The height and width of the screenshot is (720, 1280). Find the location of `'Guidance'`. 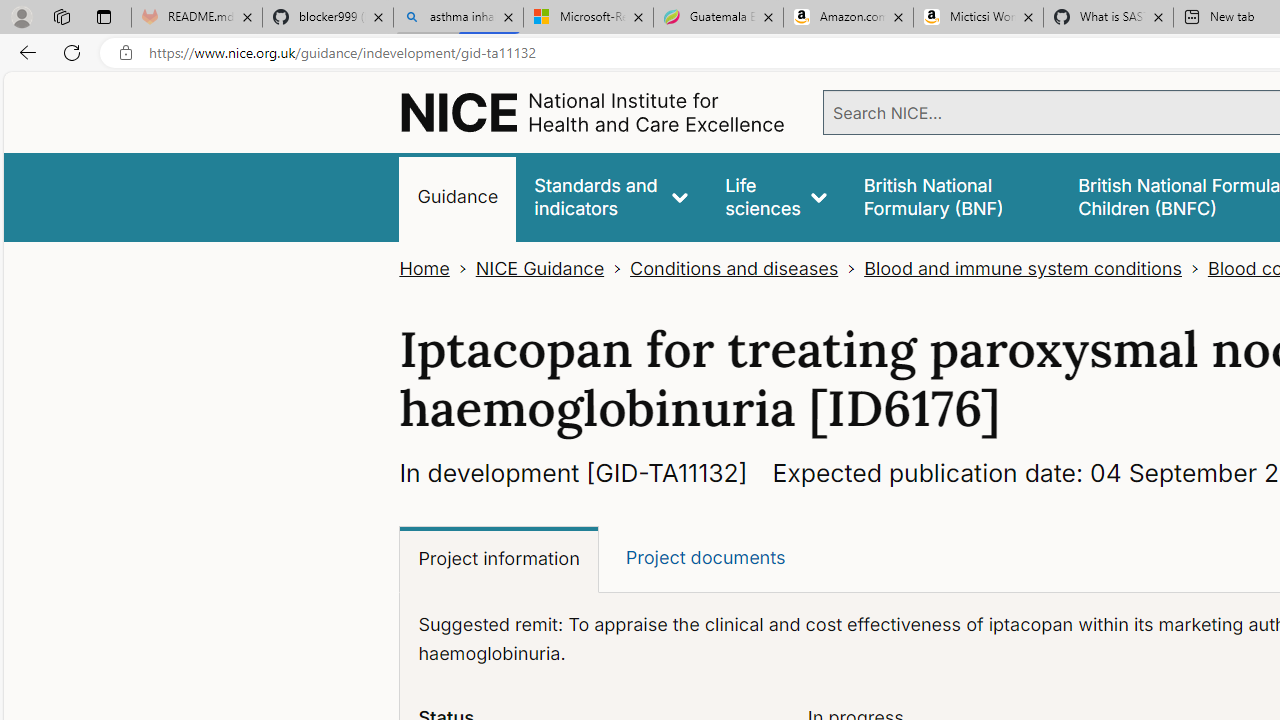

'Guidance' is located at coordinates (457, 197).